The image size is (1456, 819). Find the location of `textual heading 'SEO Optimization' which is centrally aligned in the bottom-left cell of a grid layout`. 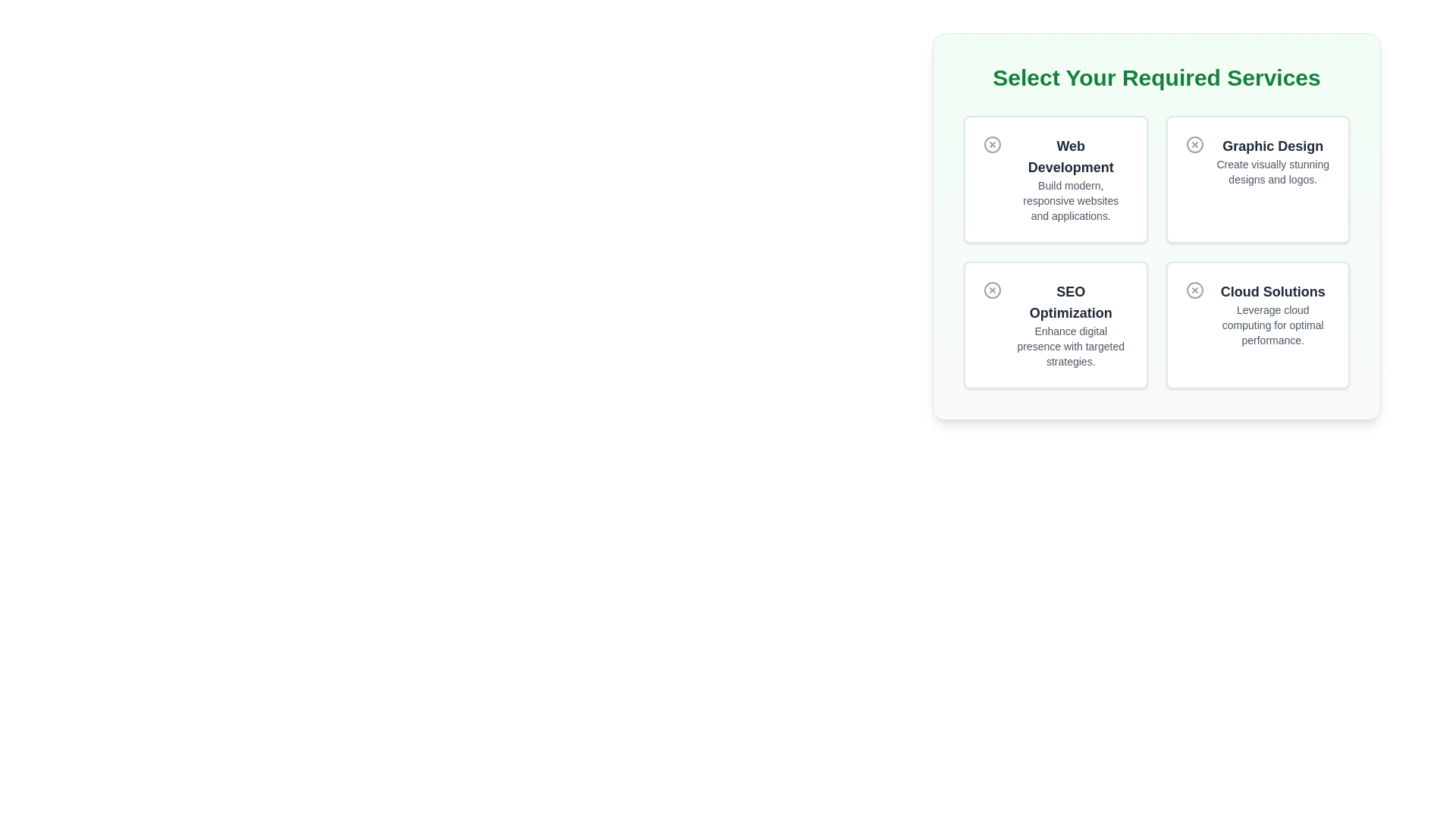

textual heading 'SEO Optimization' which is centrally aligned in the bottom-left cell of a grid layout is located at coordinates (1070, 302).